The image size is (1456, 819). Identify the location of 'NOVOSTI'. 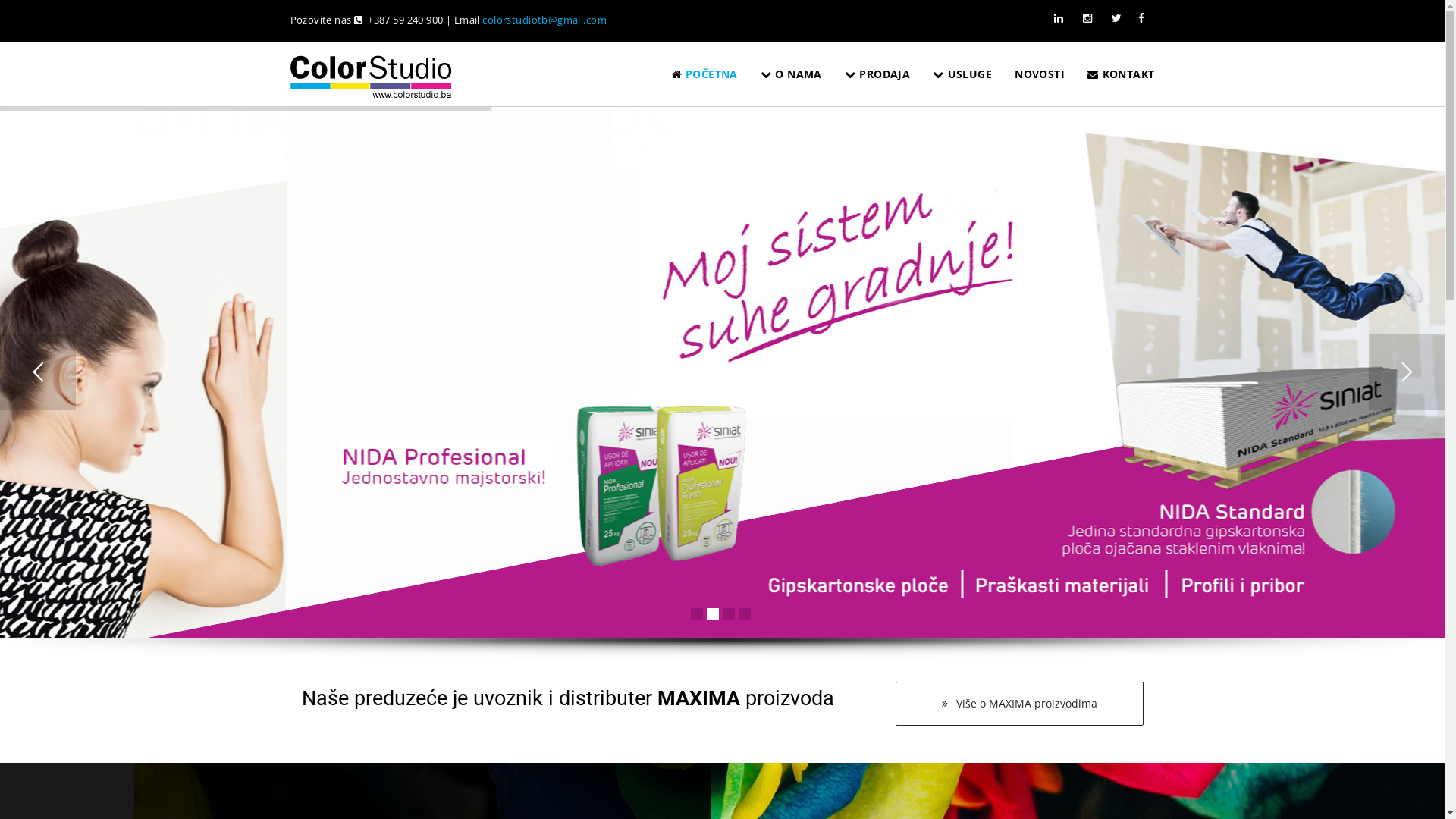
(1039, 74).